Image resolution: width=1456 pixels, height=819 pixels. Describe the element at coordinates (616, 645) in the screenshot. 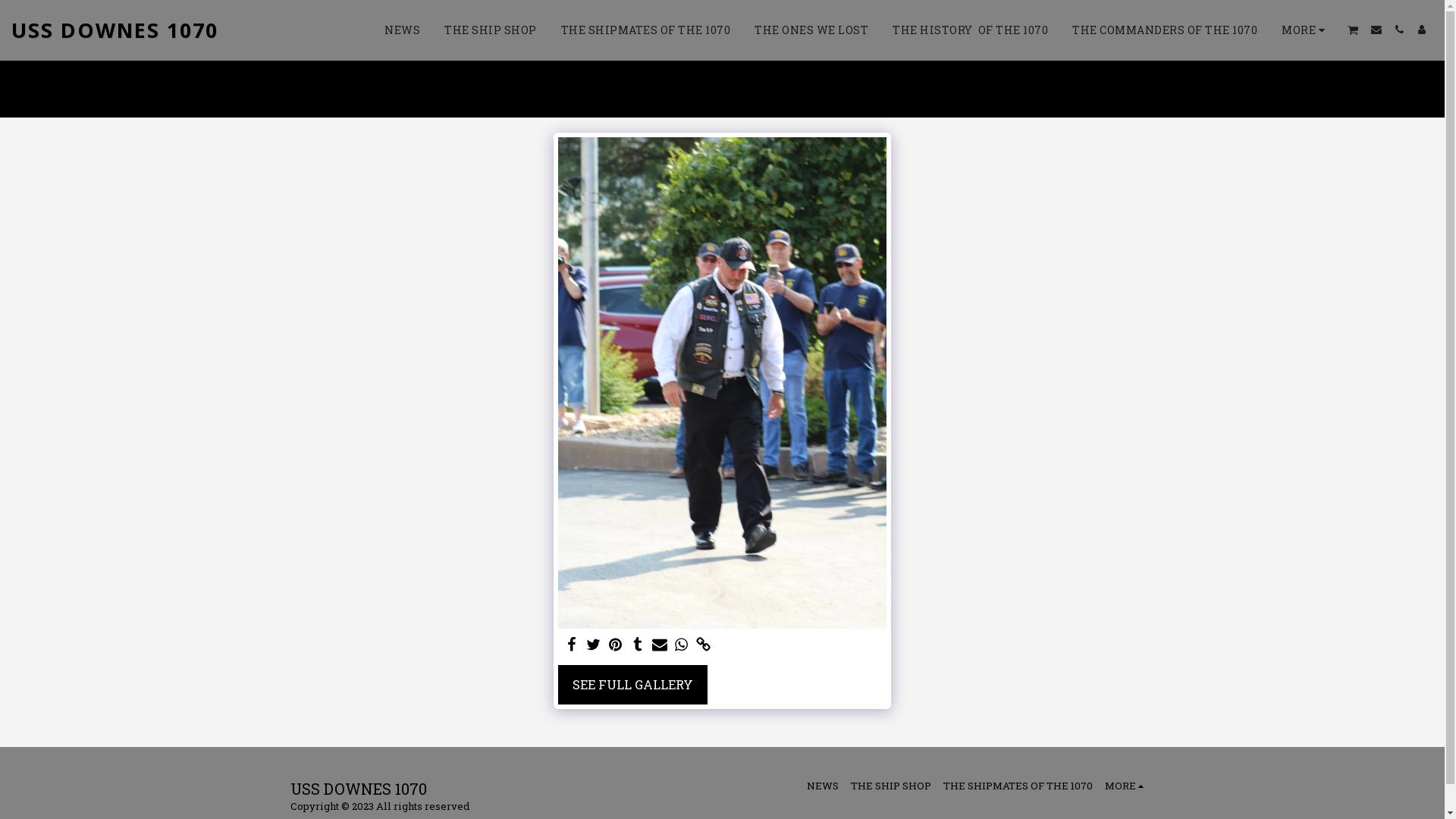

I see `'Pin it'` at that location.